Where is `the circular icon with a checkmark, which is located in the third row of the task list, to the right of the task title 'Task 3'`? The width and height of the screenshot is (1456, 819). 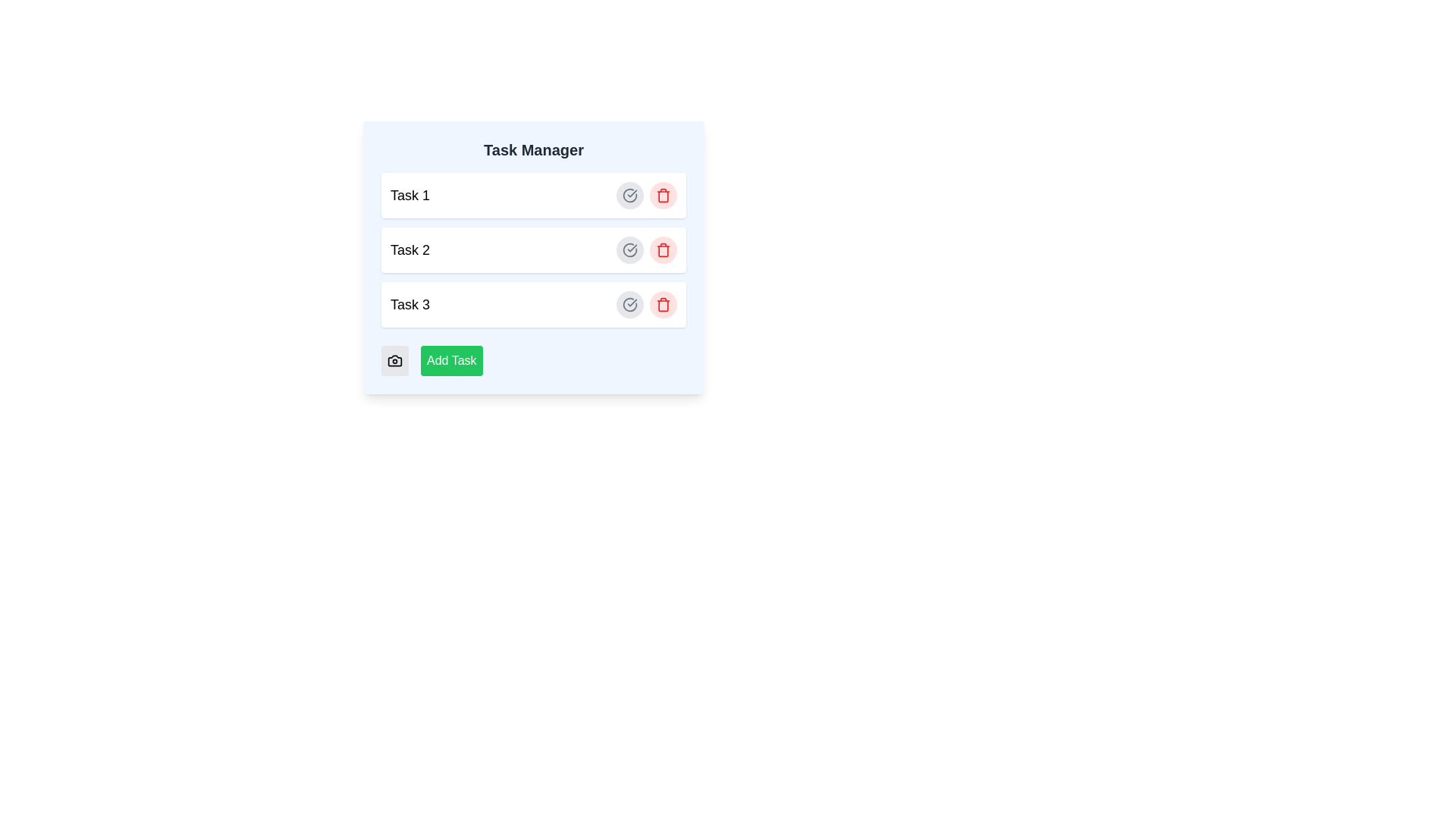
the circular icon with a checkmark, which is located in the third row of the task list, to the right of the task title 'Task 3' is located at coordinates (629, 304).